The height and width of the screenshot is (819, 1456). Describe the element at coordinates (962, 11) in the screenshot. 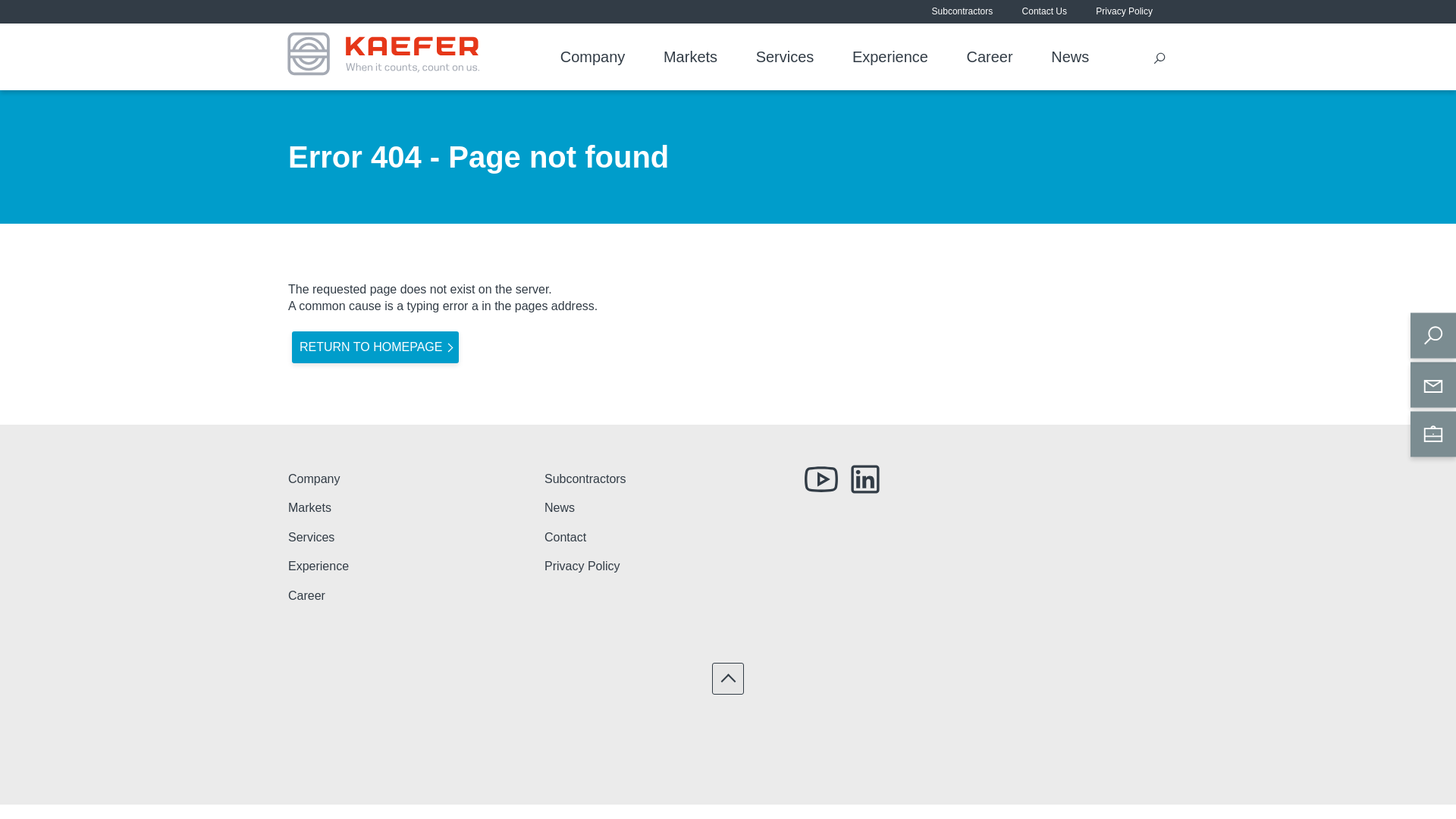

I see `'Subcontractors'` at that location.